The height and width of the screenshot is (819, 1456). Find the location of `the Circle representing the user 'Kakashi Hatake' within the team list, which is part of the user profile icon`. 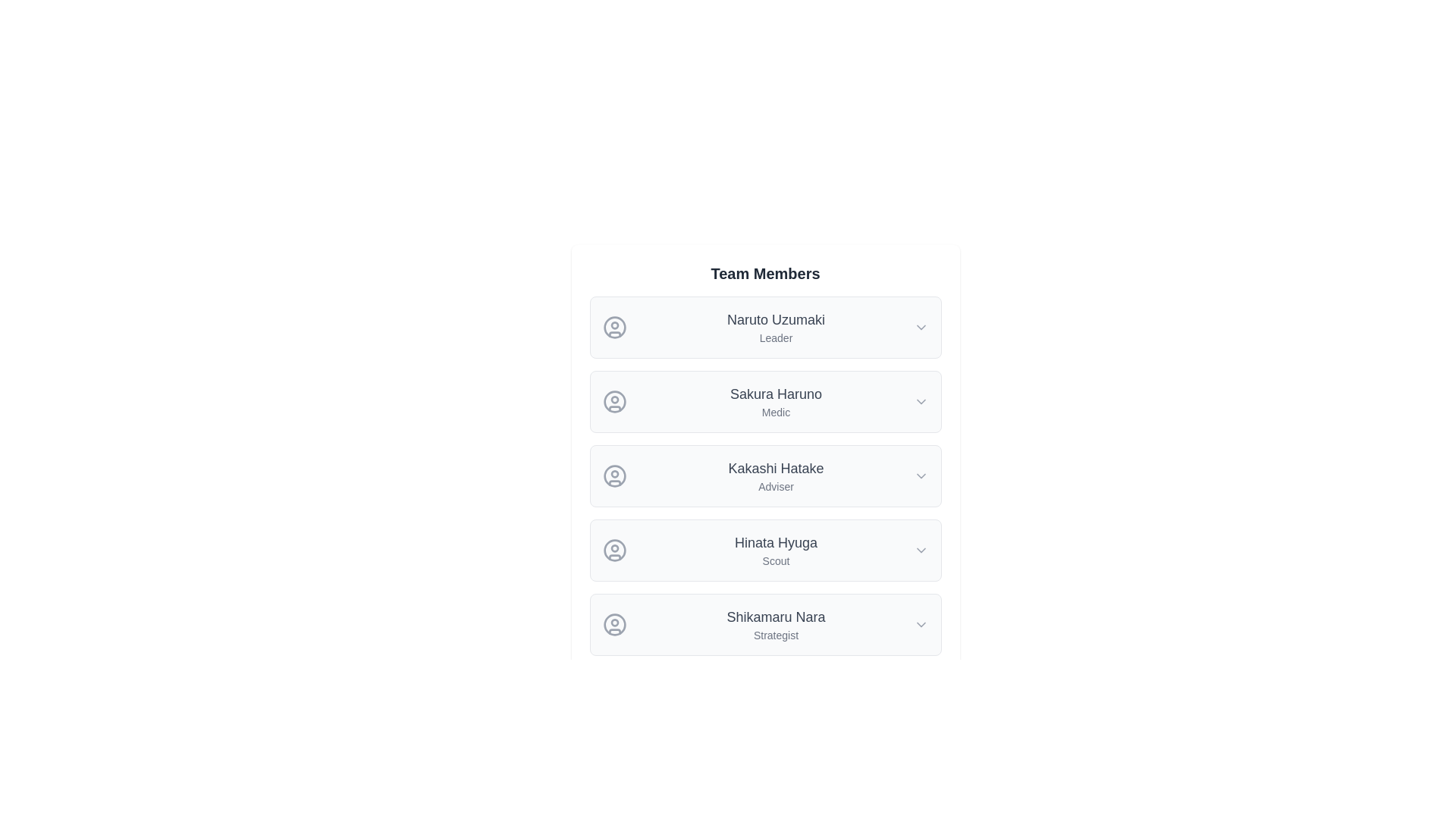

the Circle representing the user 'Kakashi Hatake' within the team list, which is part of the user profile icon is located at coordinates (614, 475).